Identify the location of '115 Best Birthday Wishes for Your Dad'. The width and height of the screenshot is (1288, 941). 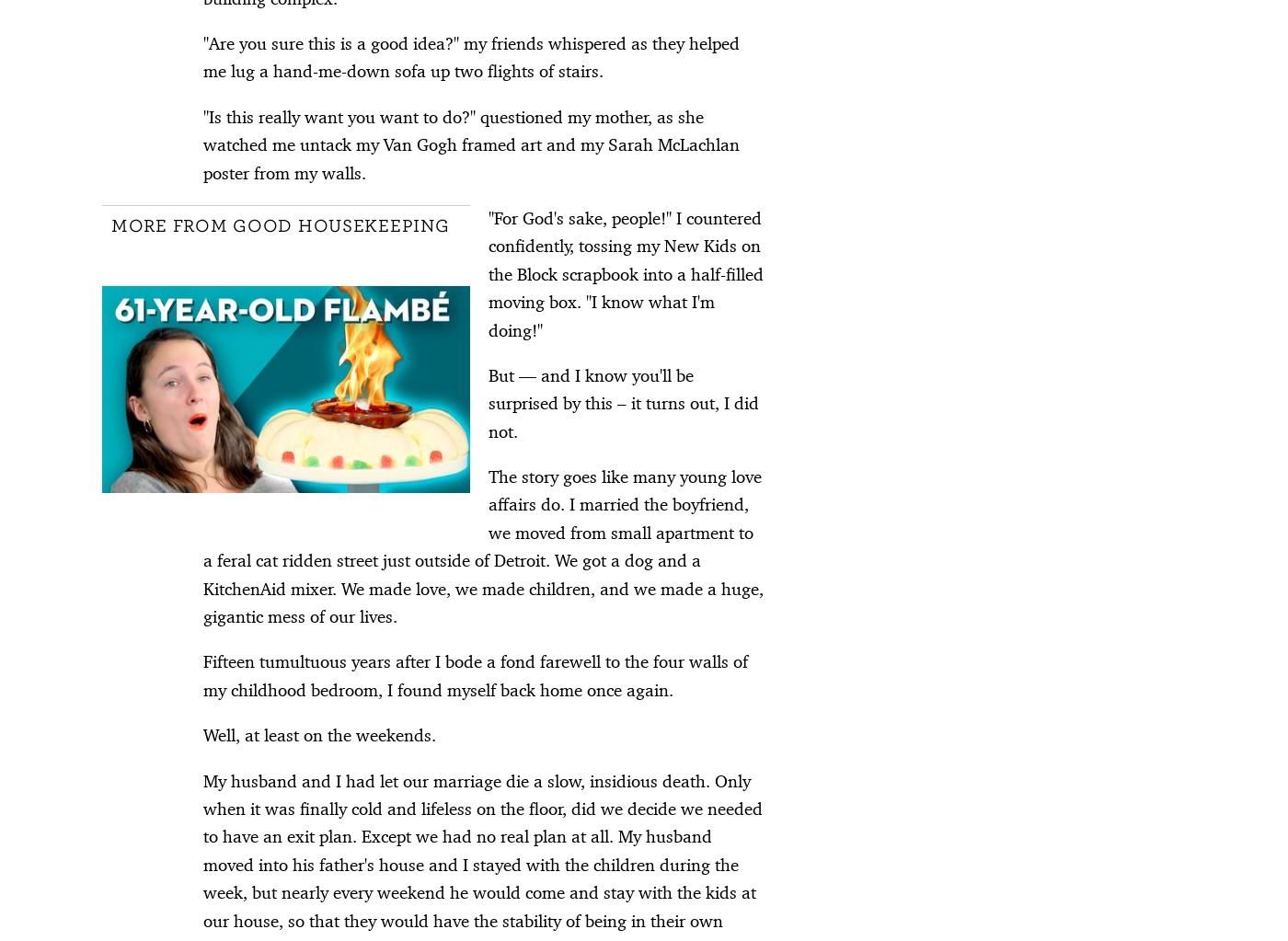
(783, 282).